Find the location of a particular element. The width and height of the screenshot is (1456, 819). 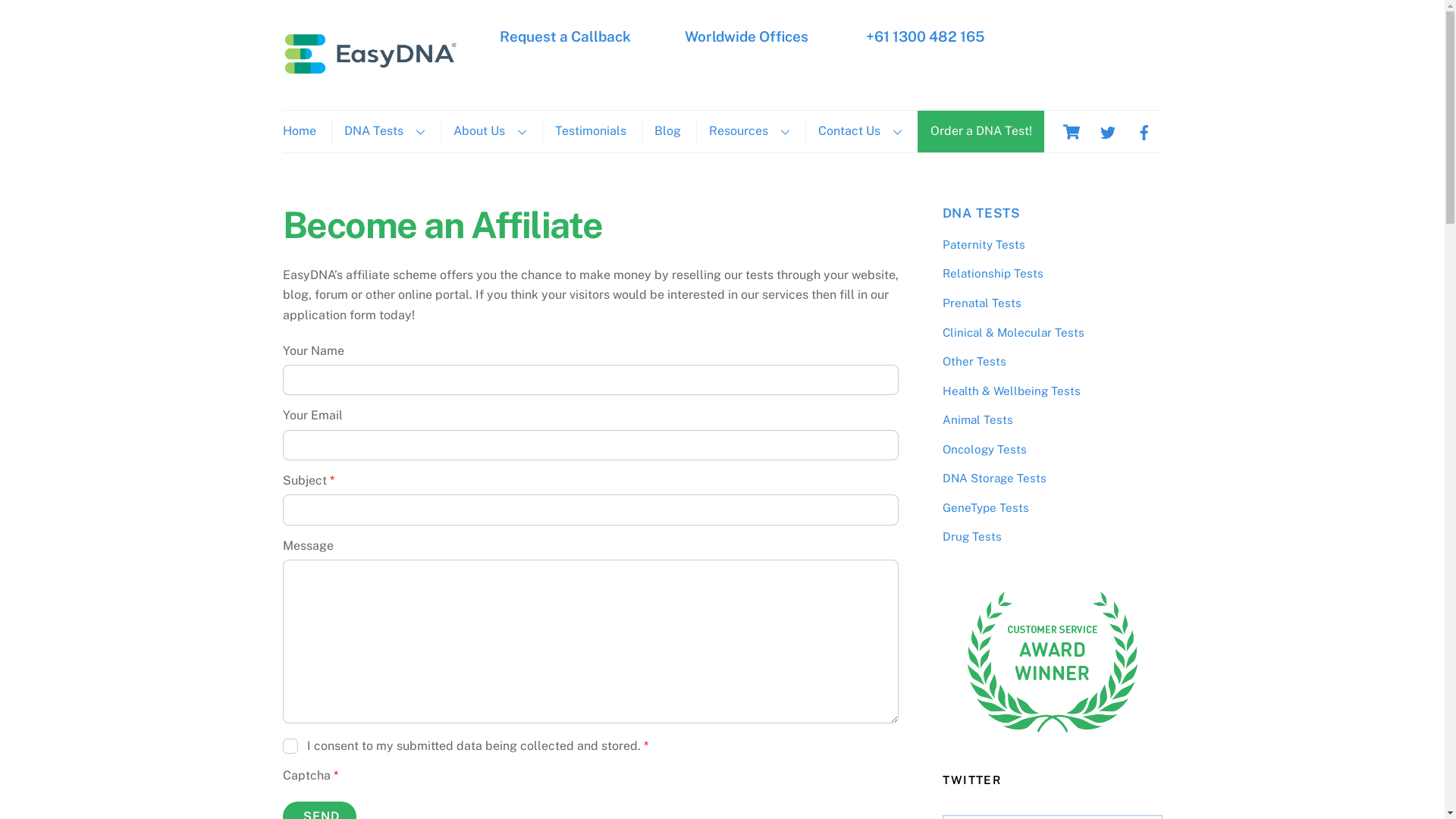

'Worldwide Offices' is located at coordinates (683, 35).